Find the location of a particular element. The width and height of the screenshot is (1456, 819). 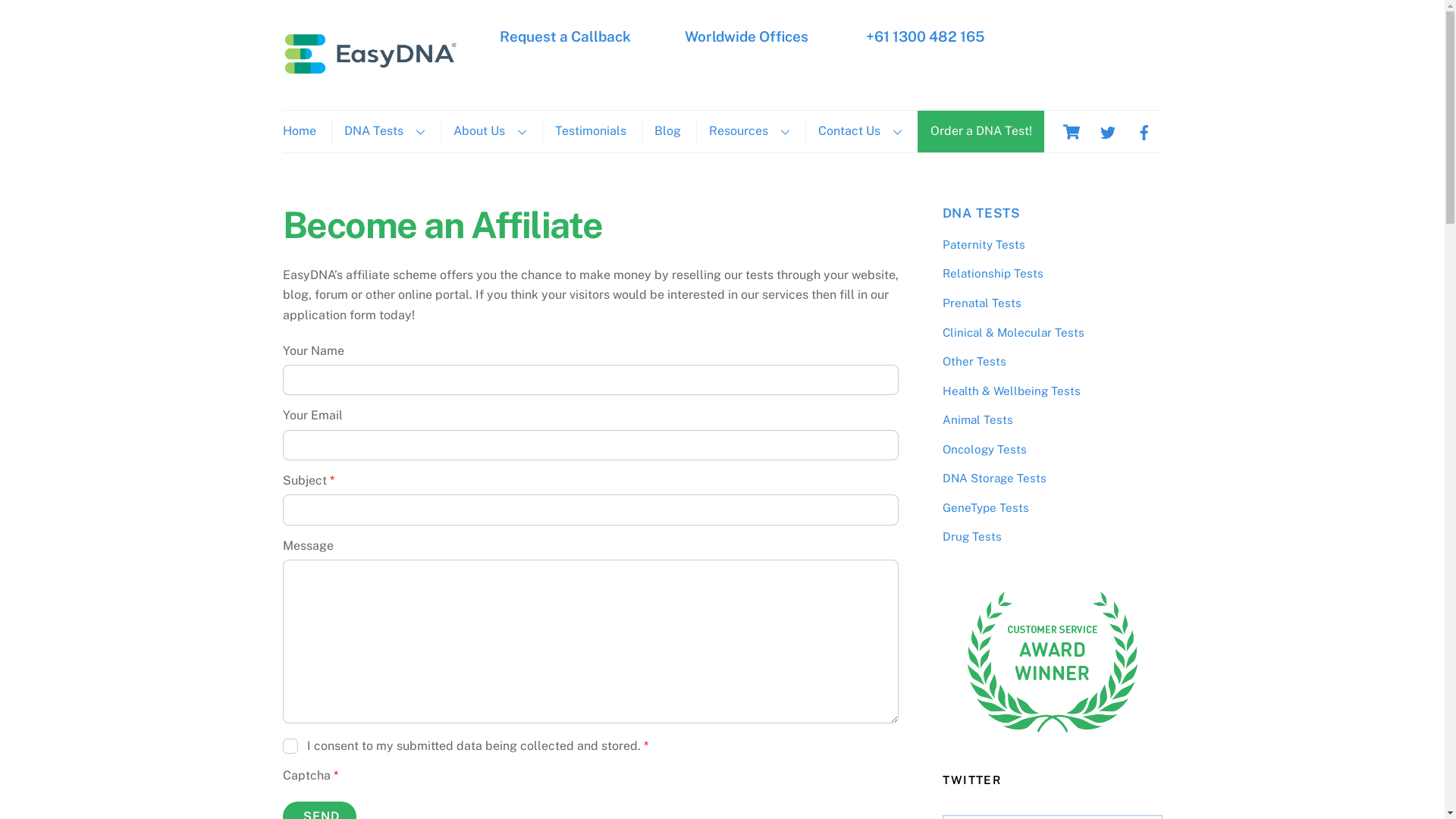

'Worldwide Offices' is located at coordinates (683, 35).